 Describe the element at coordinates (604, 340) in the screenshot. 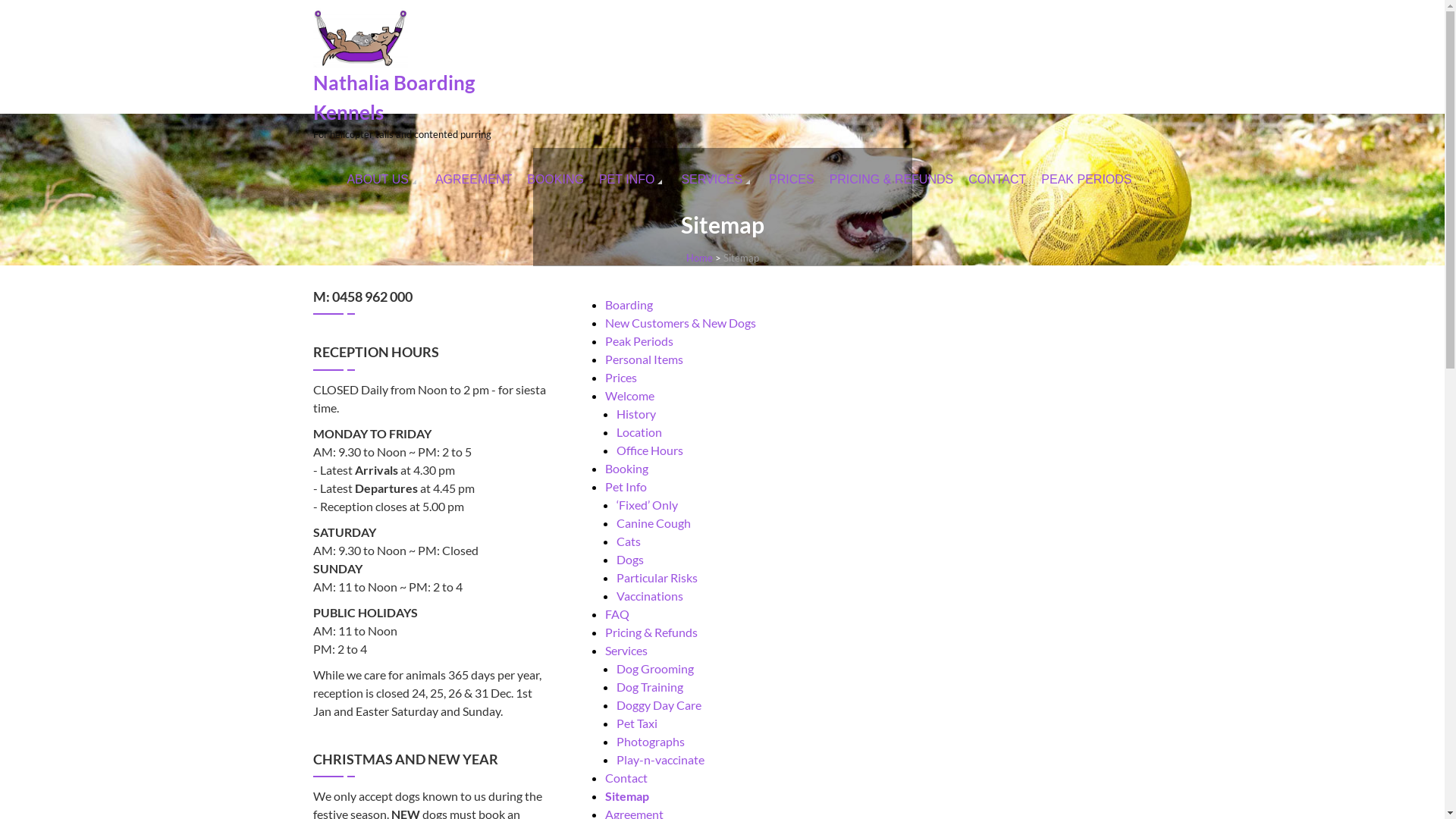

I see `'Peak Periods'` at that location.